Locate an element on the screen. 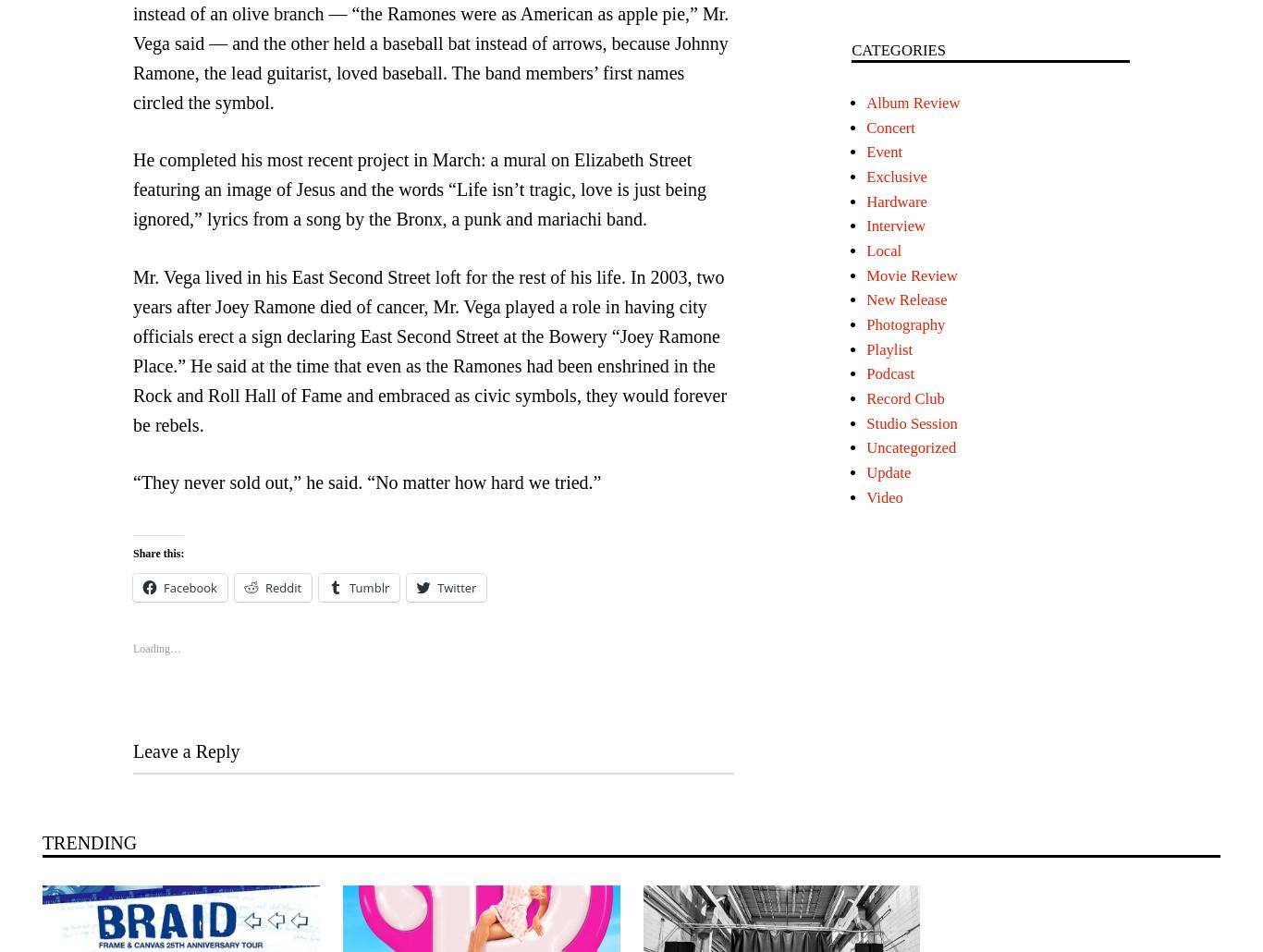  'Studio Session' is located at coordinates (911, 421).